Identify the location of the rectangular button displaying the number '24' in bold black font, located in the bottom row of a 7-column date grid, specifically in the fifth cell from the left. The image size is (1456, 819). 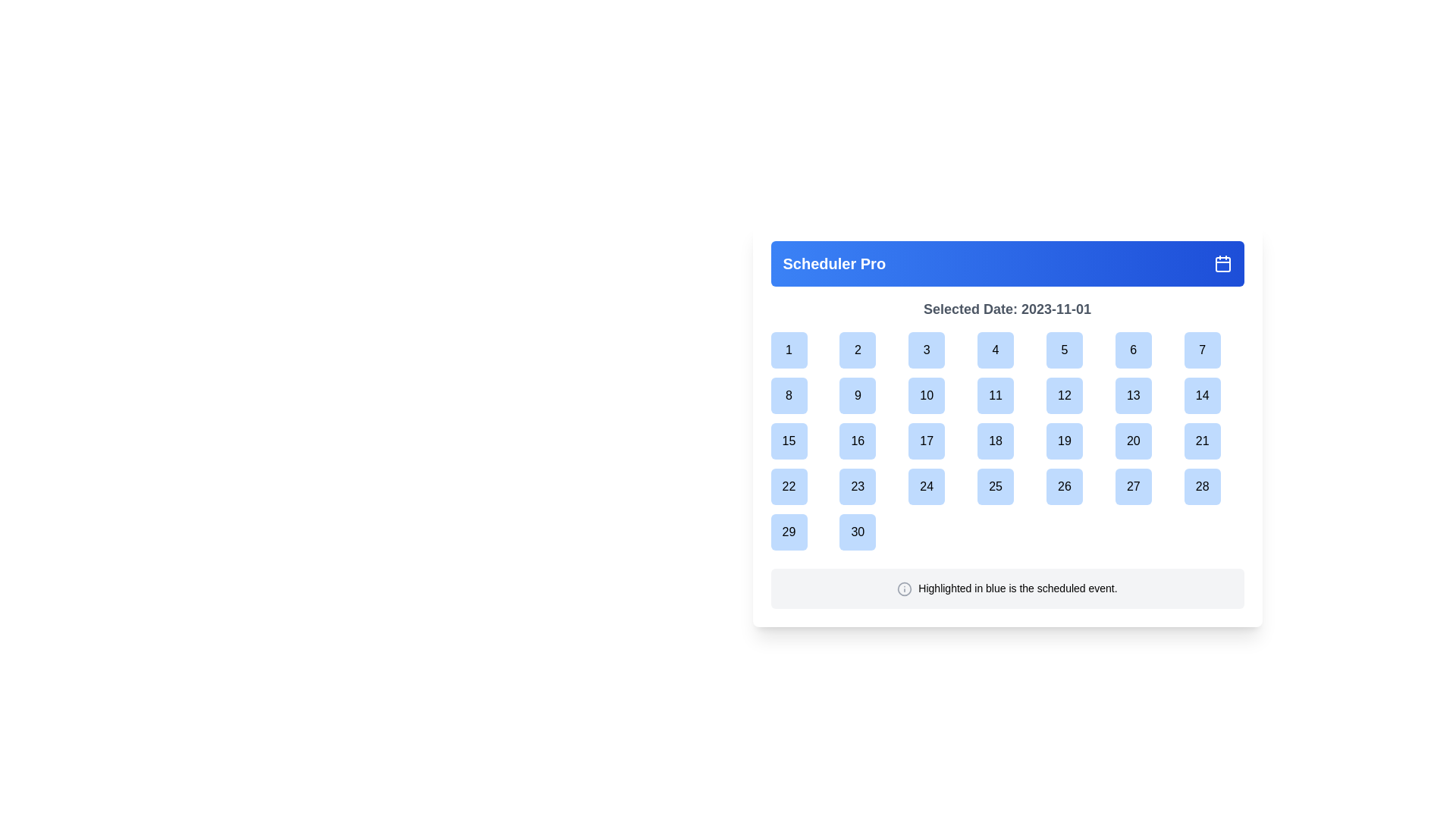
(937, 486).